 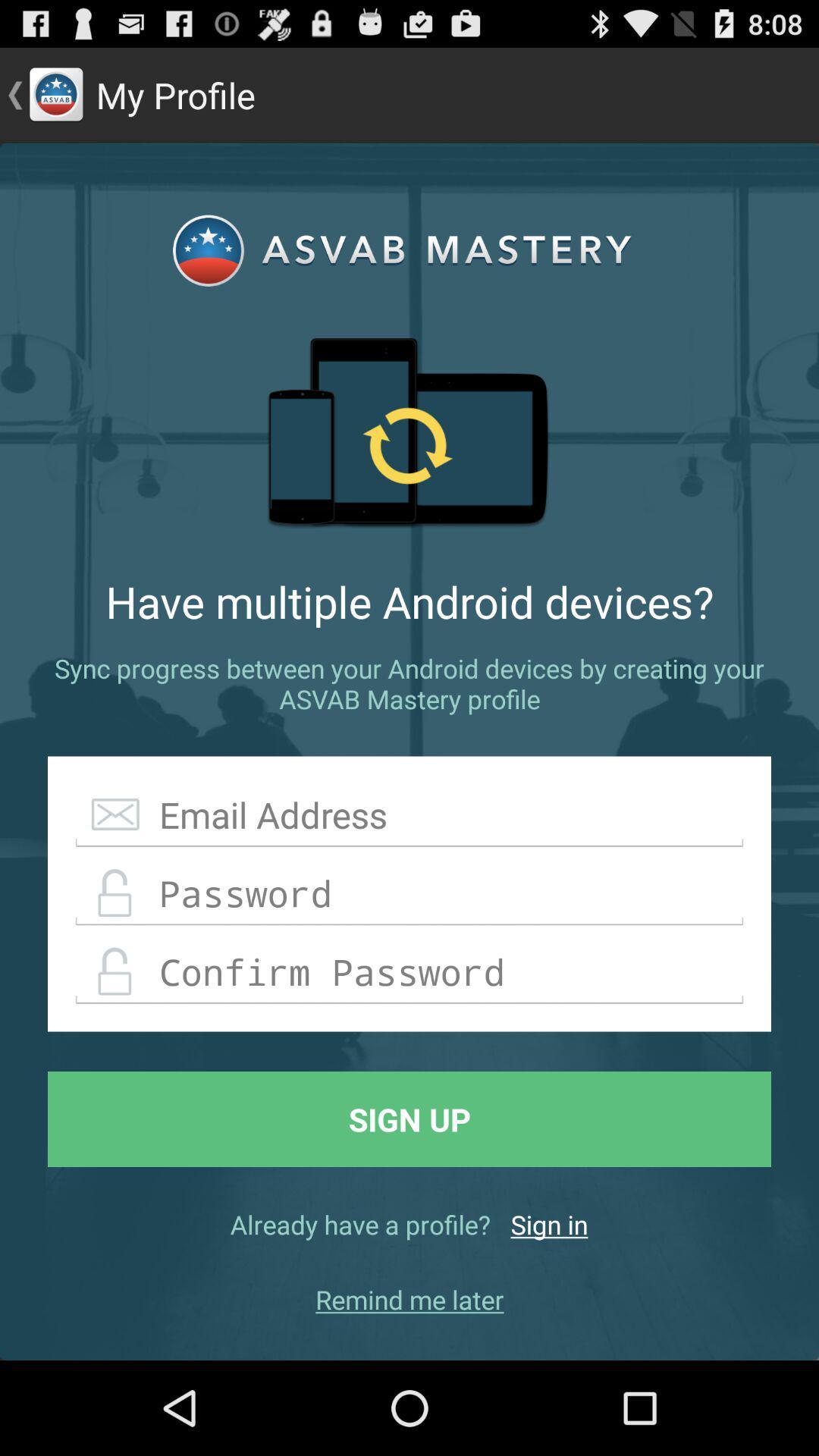 I want to click on icon above already have a icon, so click(x=409, y=1119).